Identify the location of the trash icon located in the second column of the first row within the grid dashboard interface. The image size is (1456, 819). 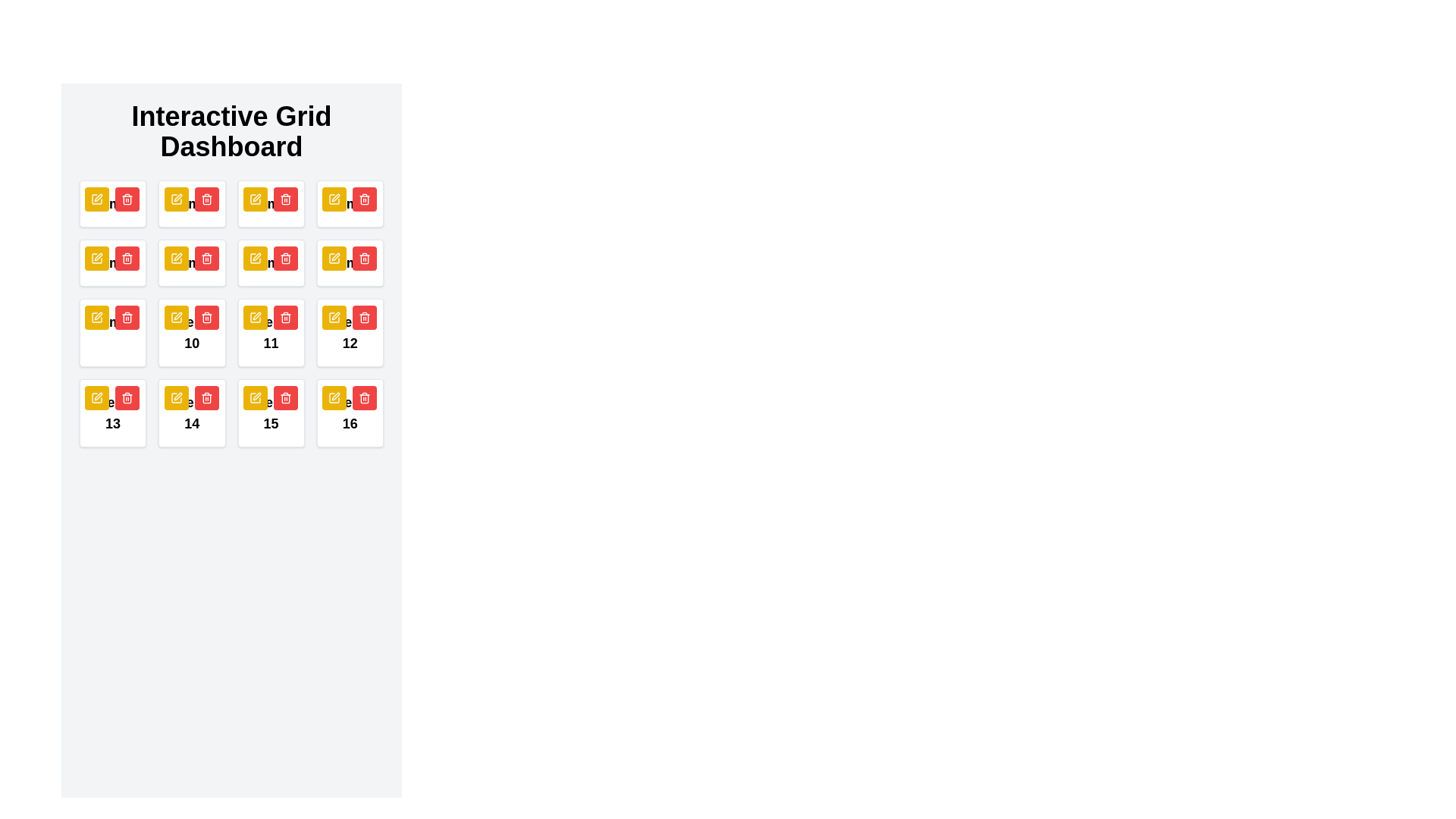
(127, 198).